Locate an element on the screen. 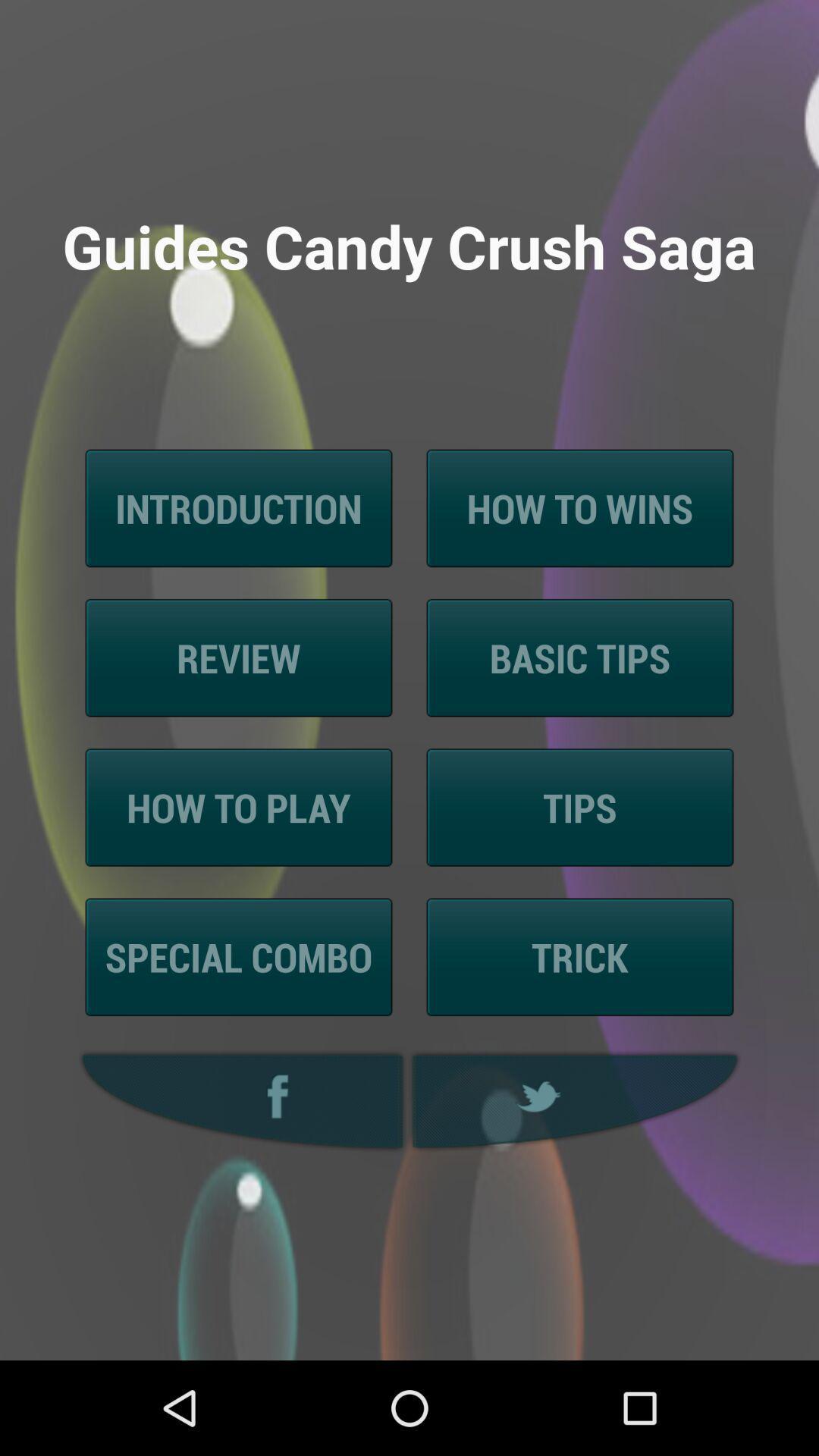 The height and width of the screenshot is (1456, 819). the basic tips icon is located at coordinates (579, 657).